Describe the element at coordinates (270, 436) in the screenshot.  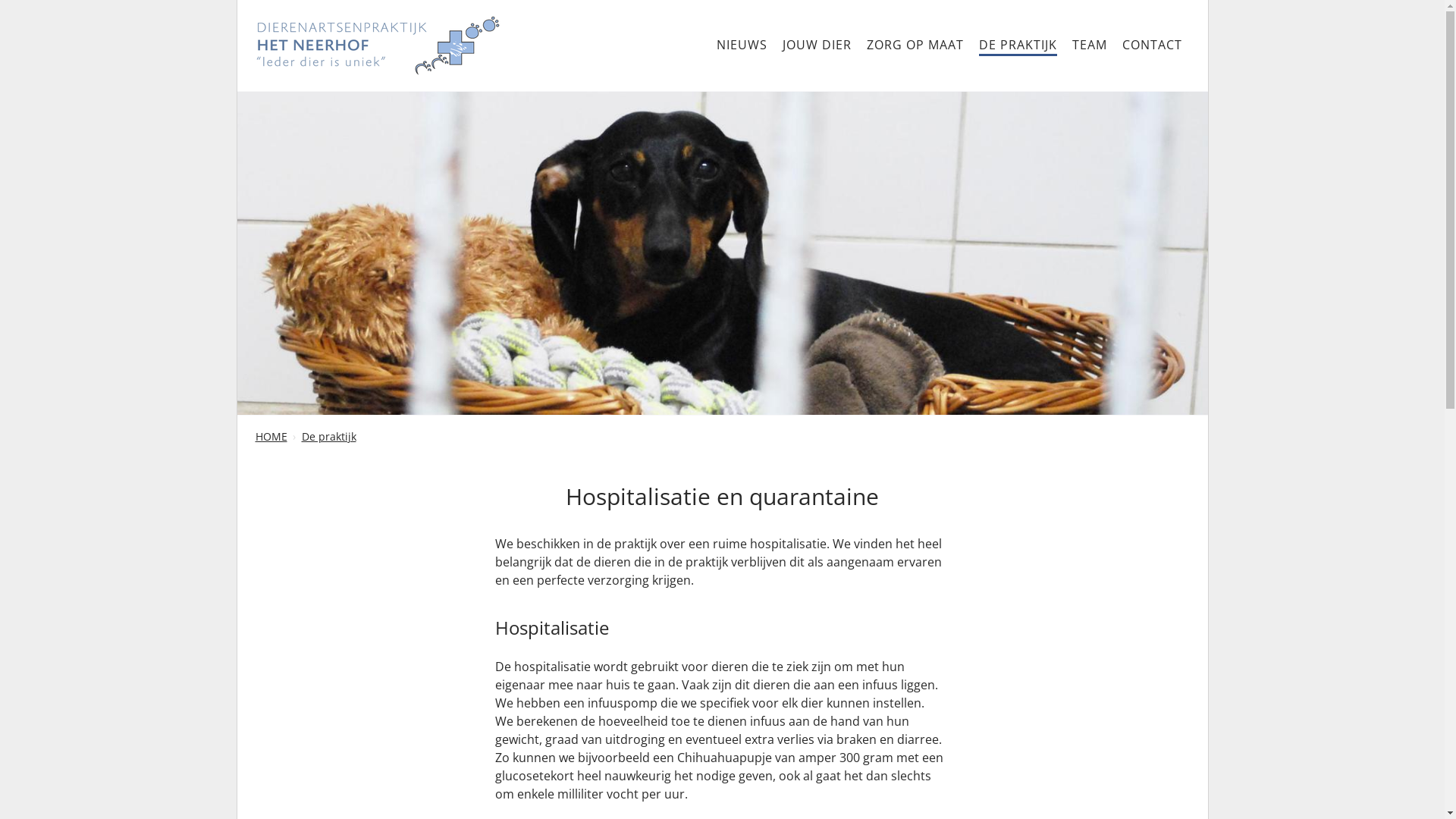
I see `'HOME'` at that location.